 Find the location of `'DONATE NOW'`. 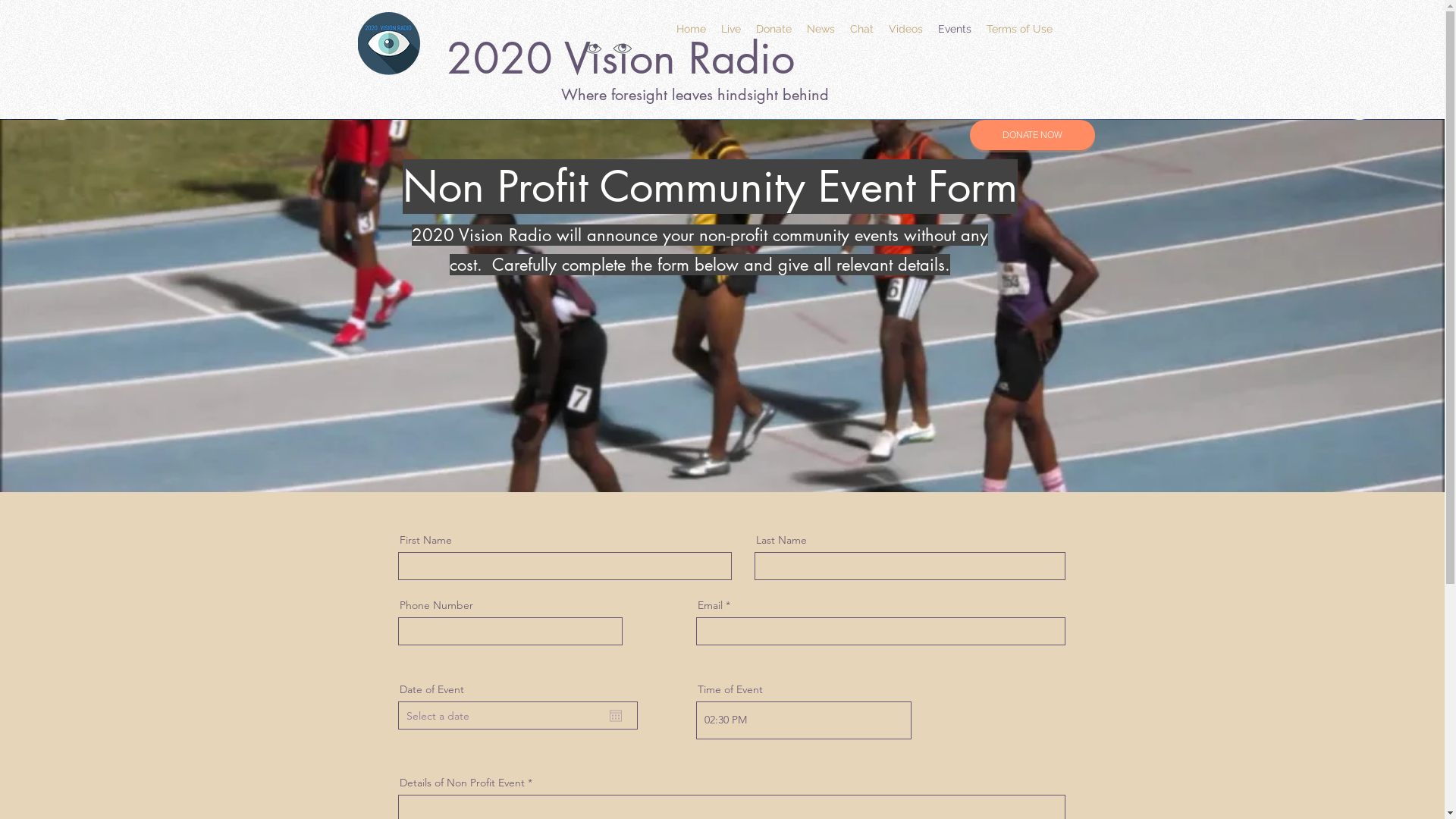

'DONATE NOW' is located at coordinates (1031, 133).